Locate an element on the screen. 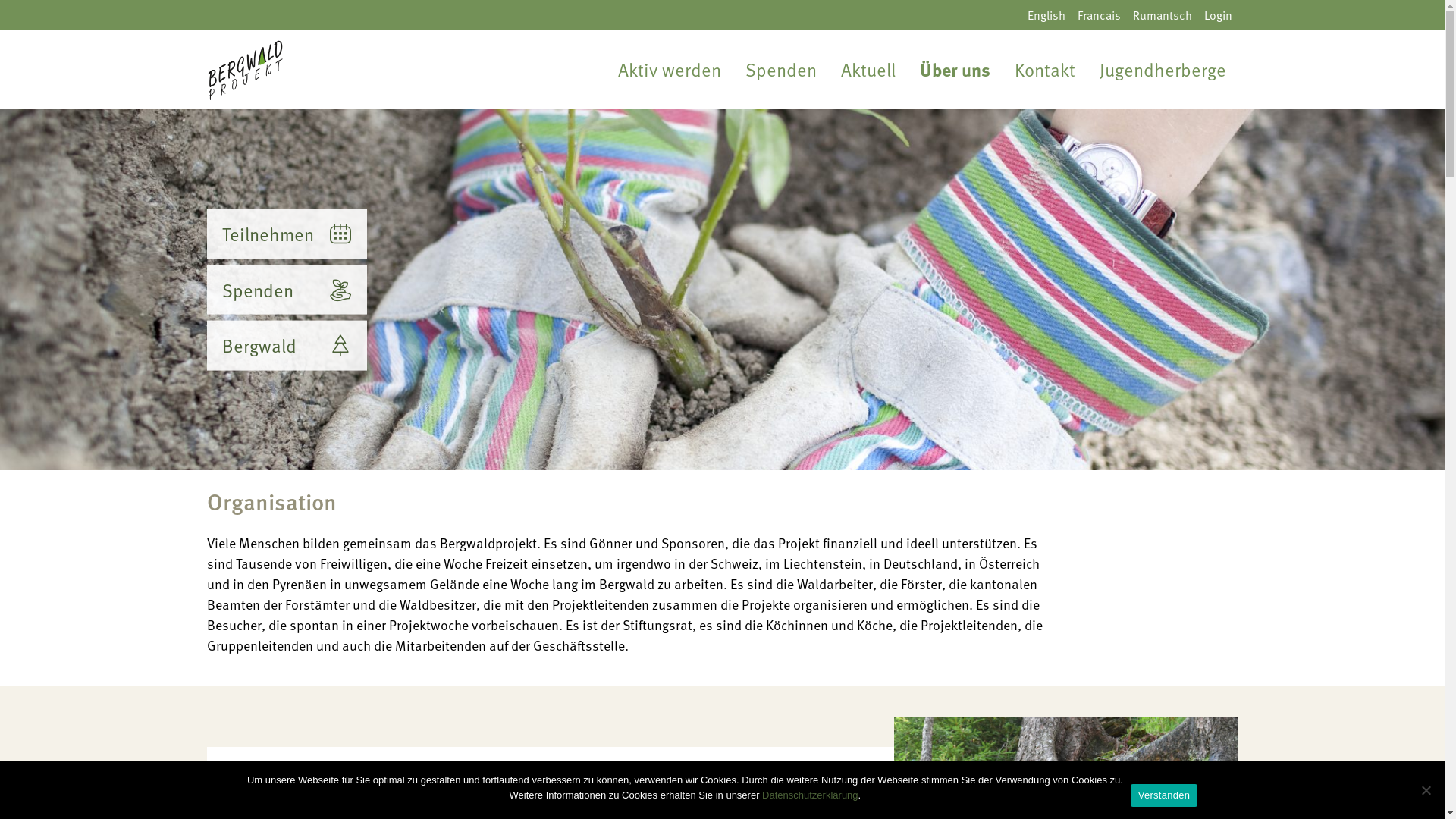  'Spenden' is located at coordinates (286, 289).